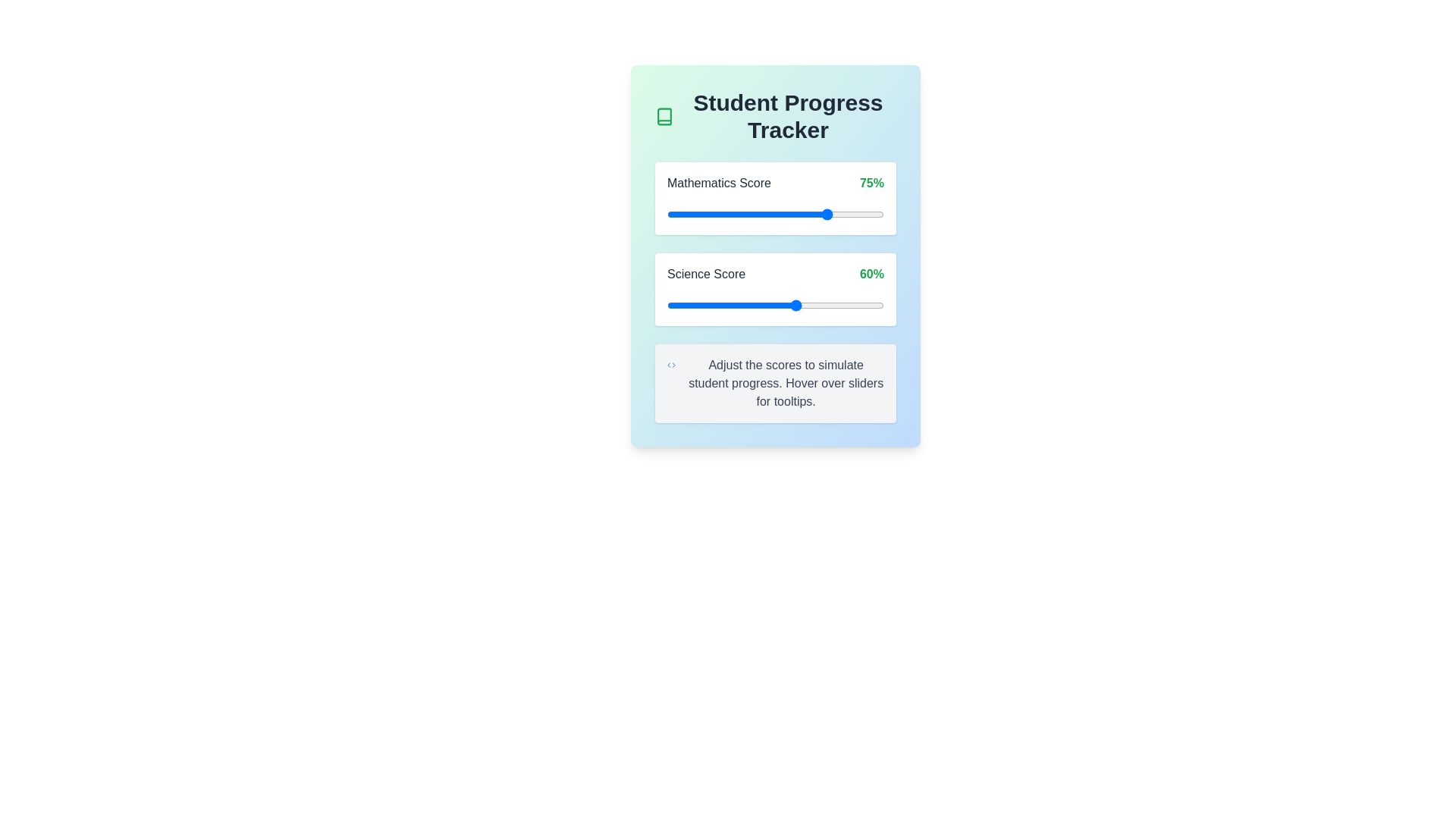 The height and width of the screenshot is (819, 1456). I want to click on the Mathematics Score slider to 9%, so click(686, 214).